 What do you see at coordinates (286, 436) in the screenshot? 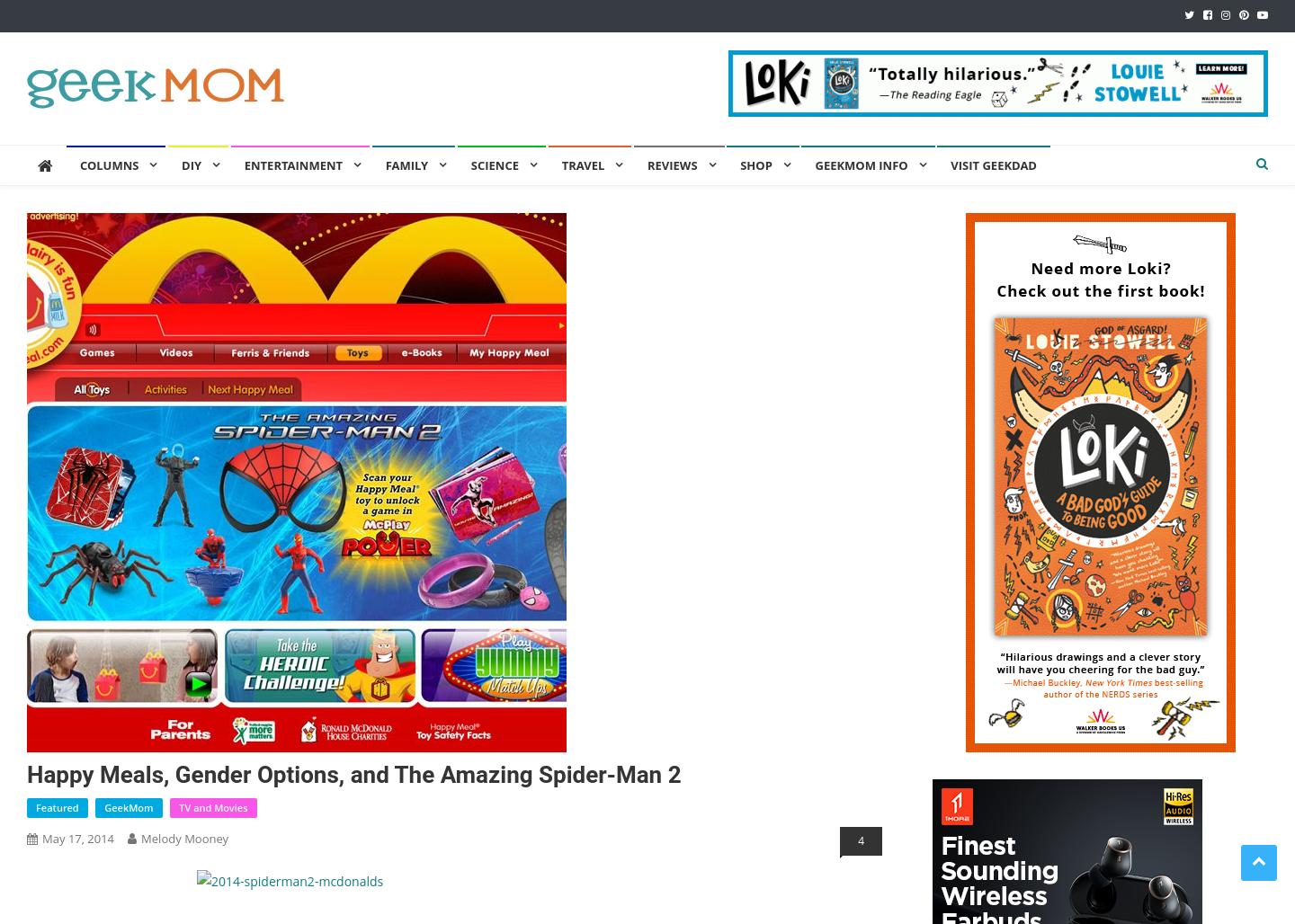
I see `'Conventions'` at bounding box center [286, 436].